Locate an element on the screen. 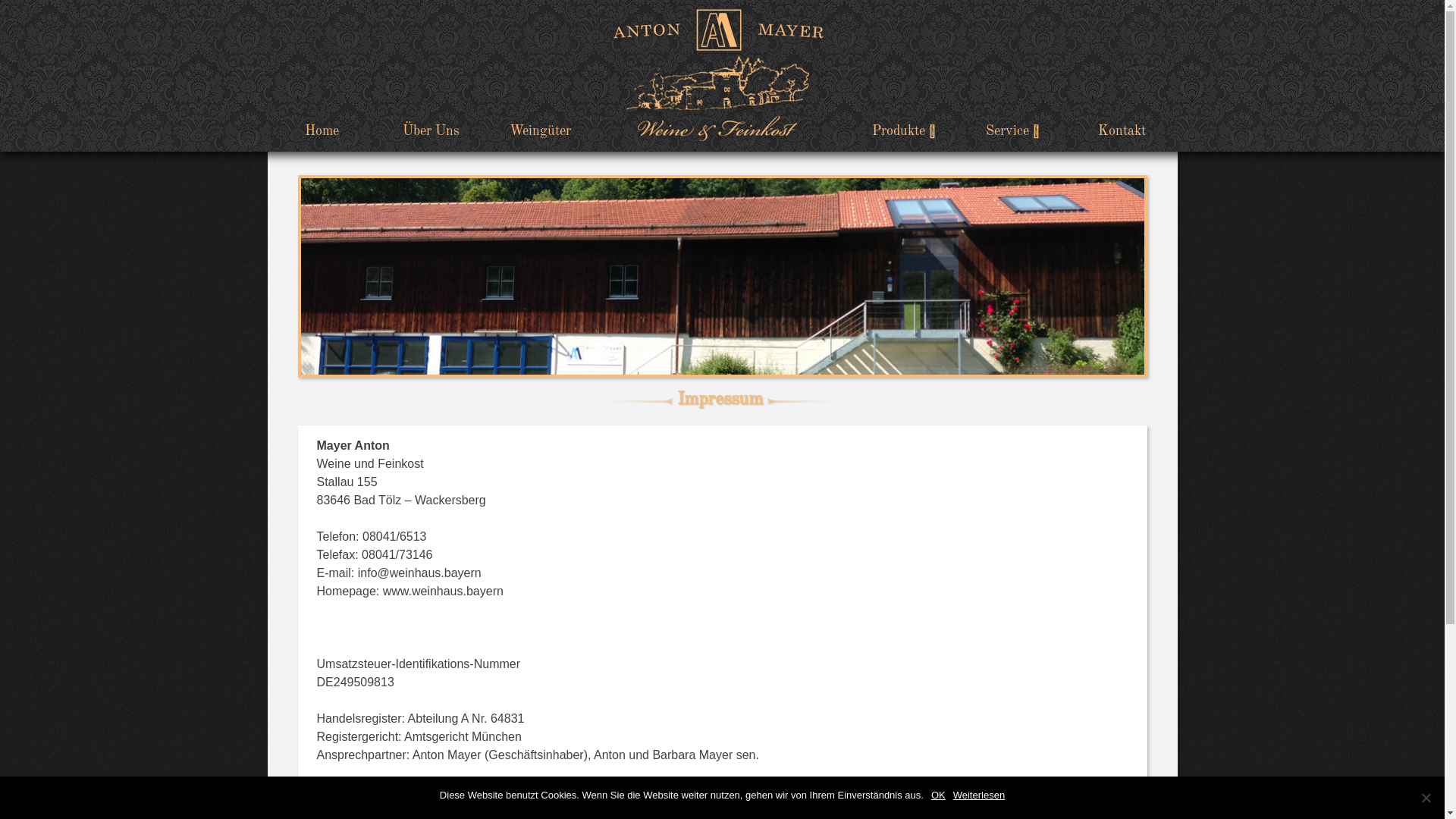 The width and height of the screenshot is (1456, 819). 'Nein' is located at coordinates (1425, 797).